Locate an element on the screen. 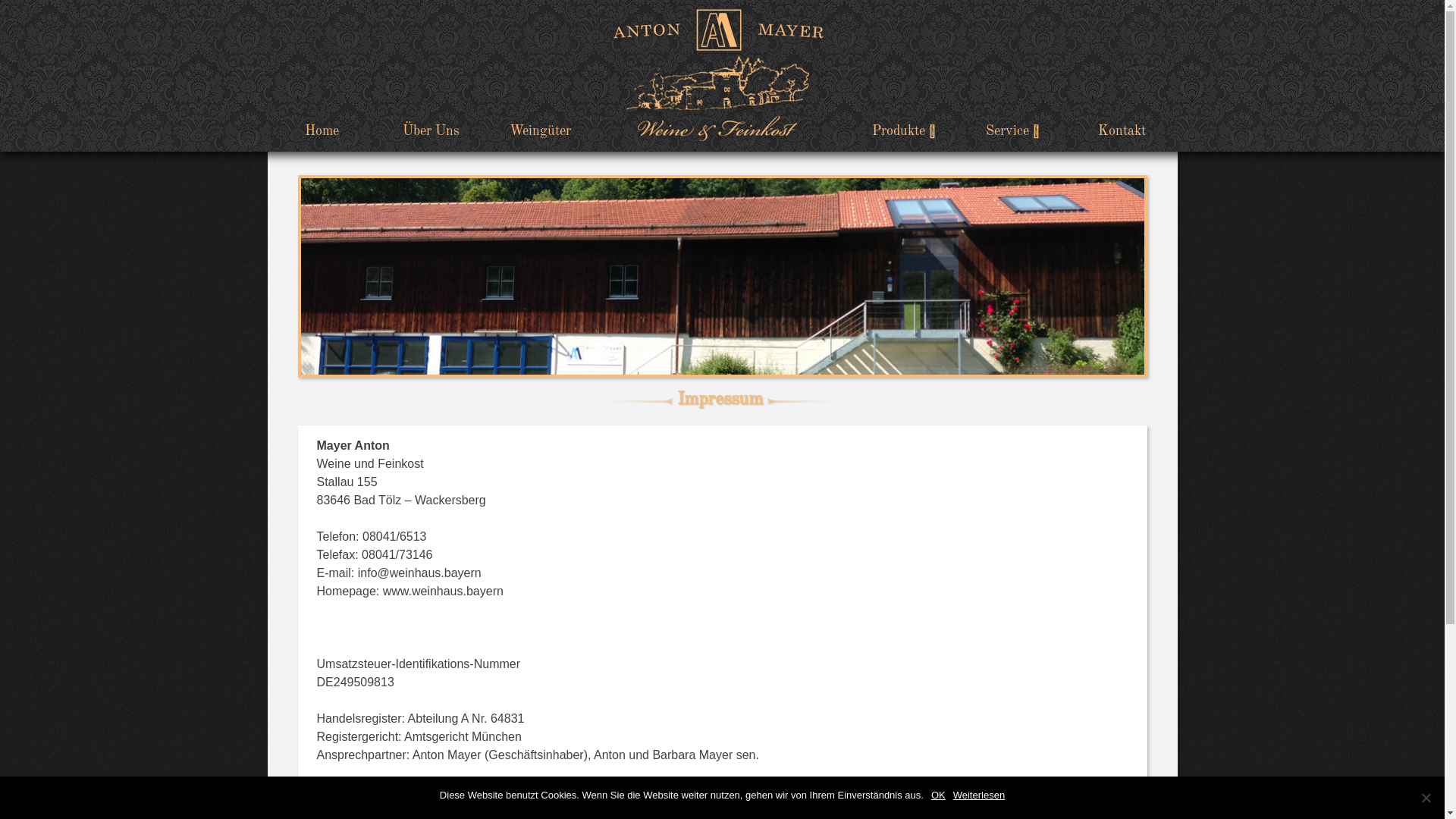 The width and height of the screenshot is (1456, 819). 'Nein' is located at coordinates (1425, 797).